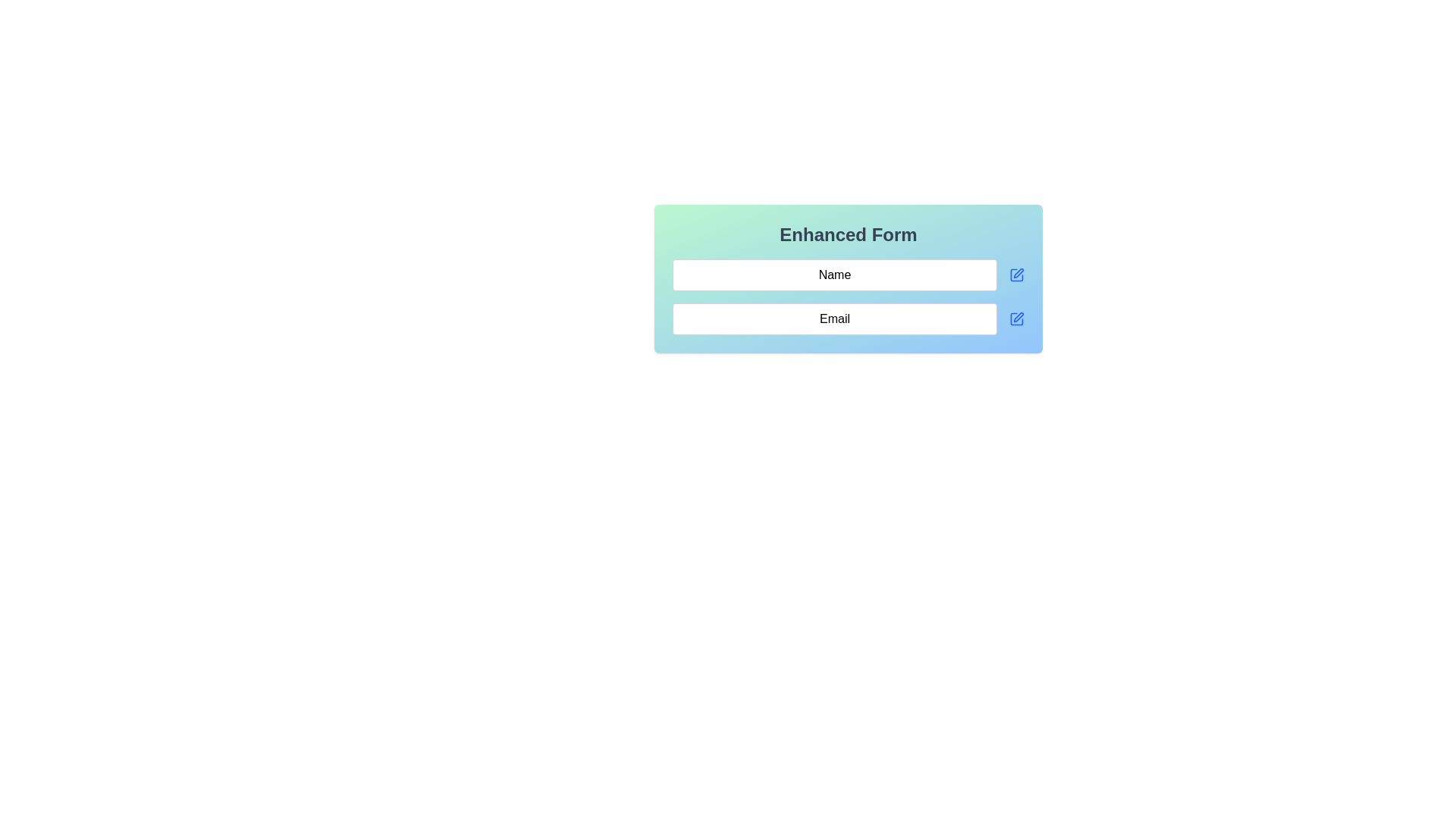  What do you see at coordinates (1016, 275) in the screenshot?
I see `the icon button for editing the 'Name' field` at bounding box center [1016, 275].